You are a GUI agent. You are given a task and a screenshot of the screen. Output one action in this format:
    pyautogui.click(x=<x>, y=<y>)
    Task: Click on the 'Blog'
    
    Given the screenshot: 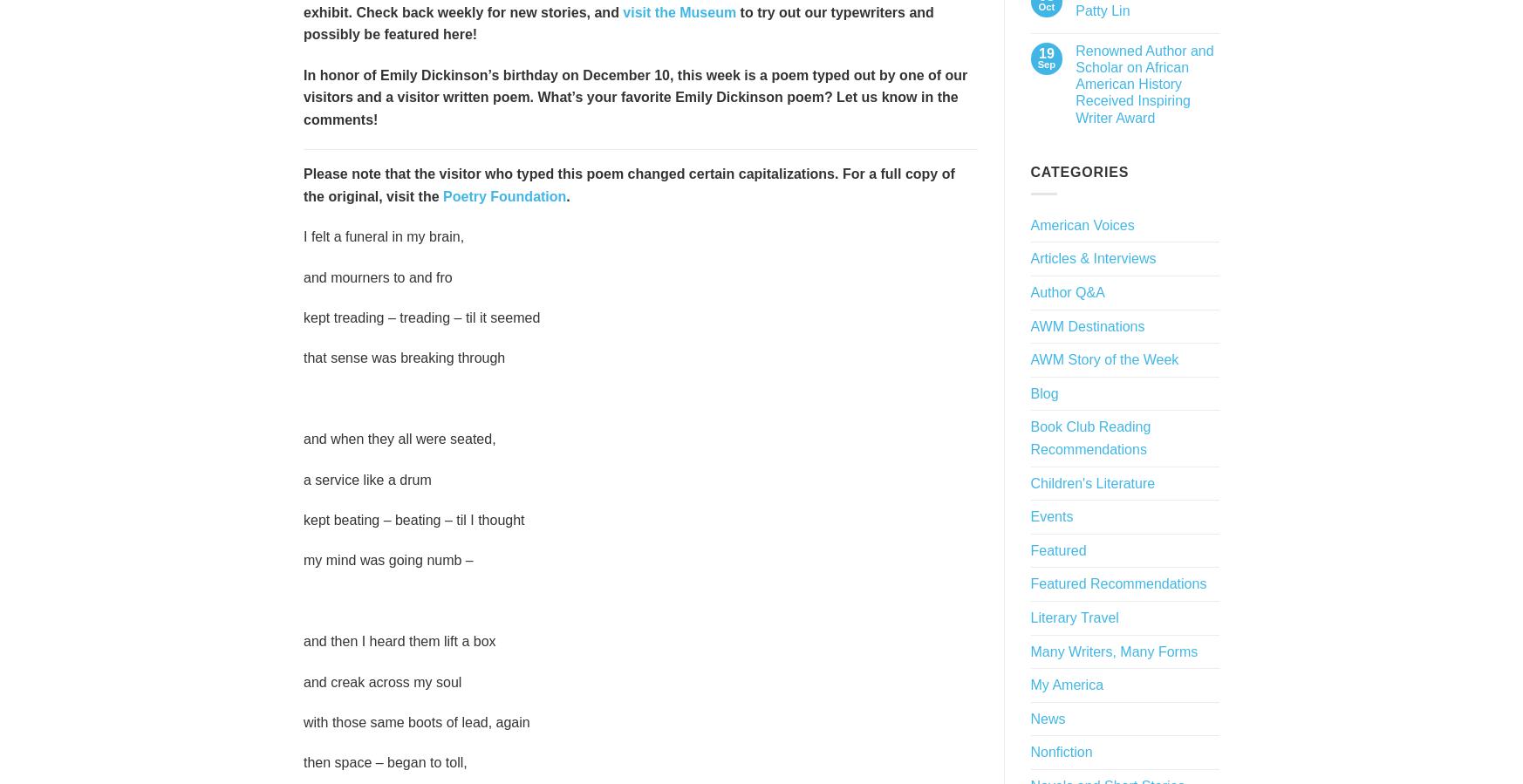 What is the action you would take?
    pyautogui.click(x=1029, y=392)
    